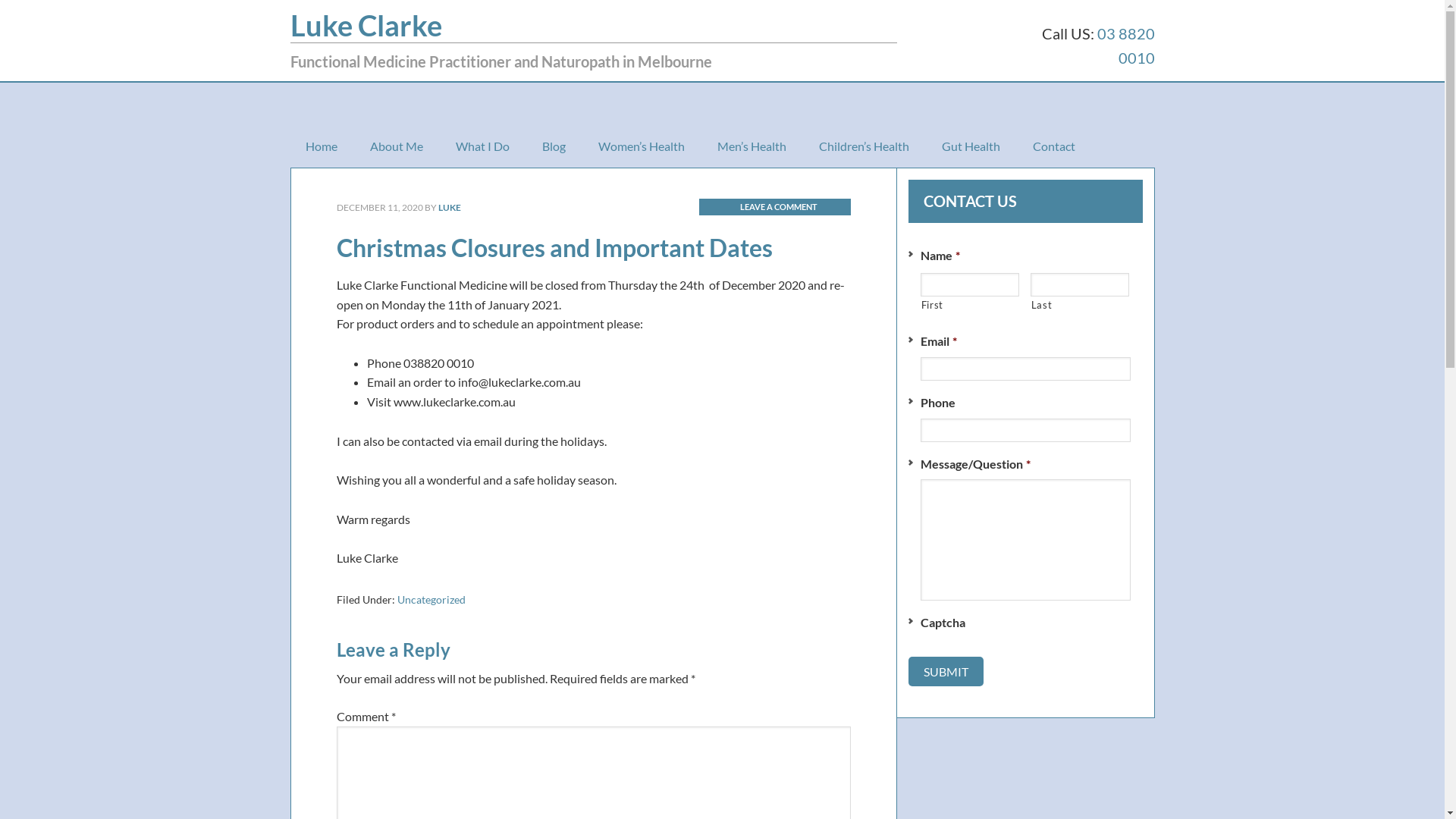 The width and height of the screenshot is (1456, 819). Describe the element at coordinates (971, 146) in the screenshot. I see `'Gut Health'` at that location.